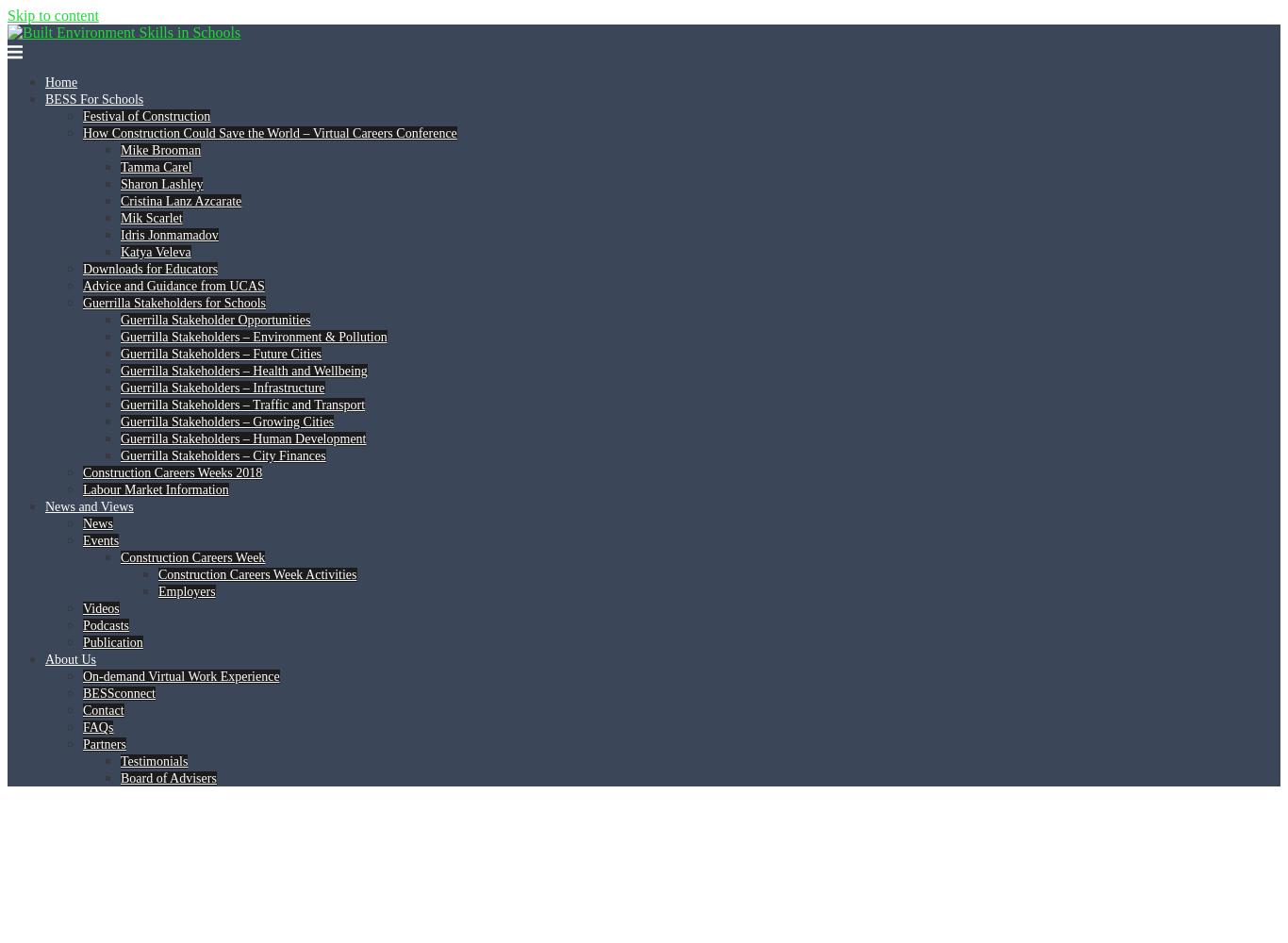 This screenshot has width=1288, height=943. Describe the element at coordinates (173, 302) in the screenshot. I see `'Guerrilla Stakeholders for Schools'` at that location.